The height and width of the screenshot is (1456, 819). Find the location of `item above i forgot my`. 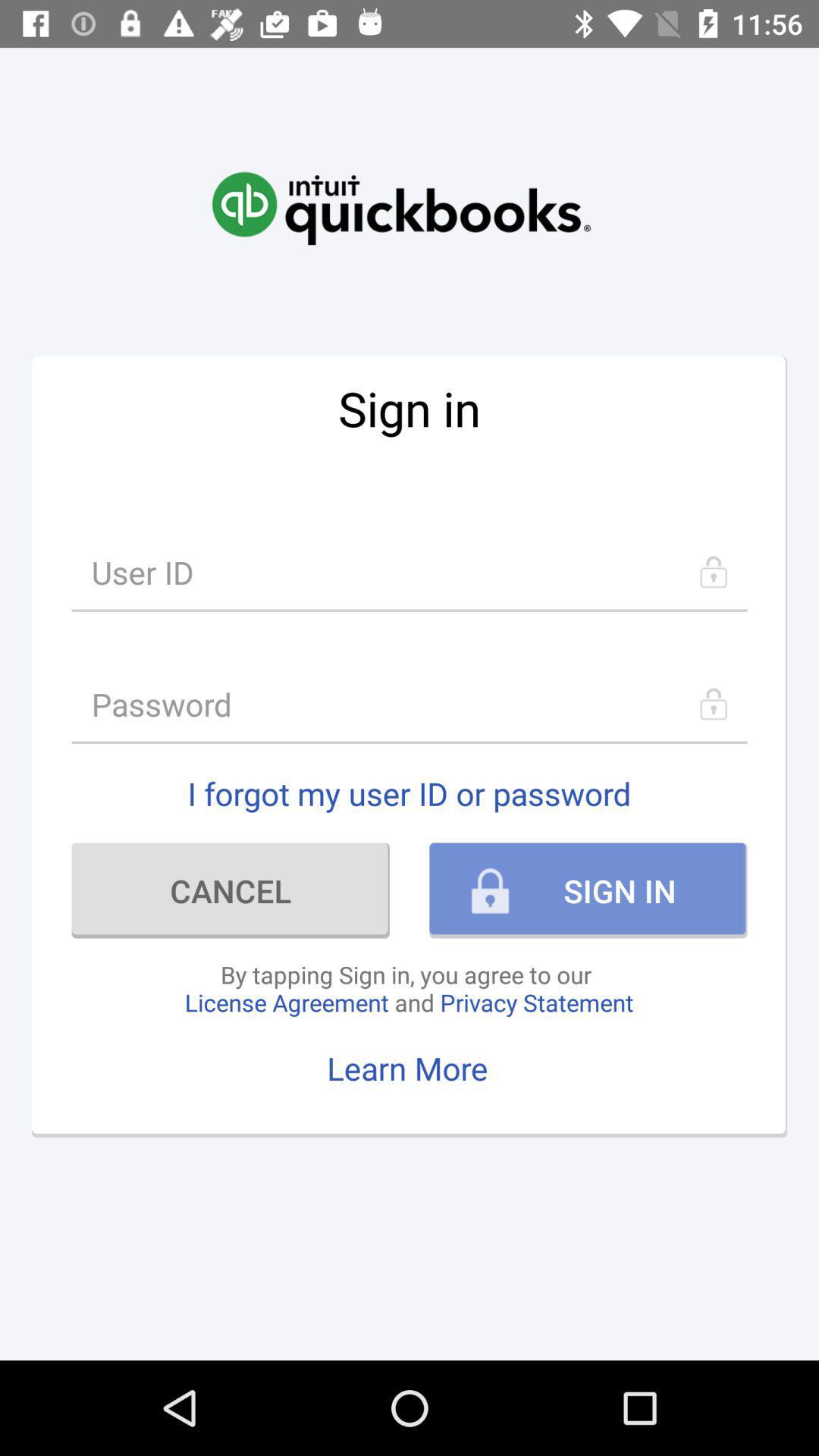

item above i forgot my is located at coordinates (409, 703).